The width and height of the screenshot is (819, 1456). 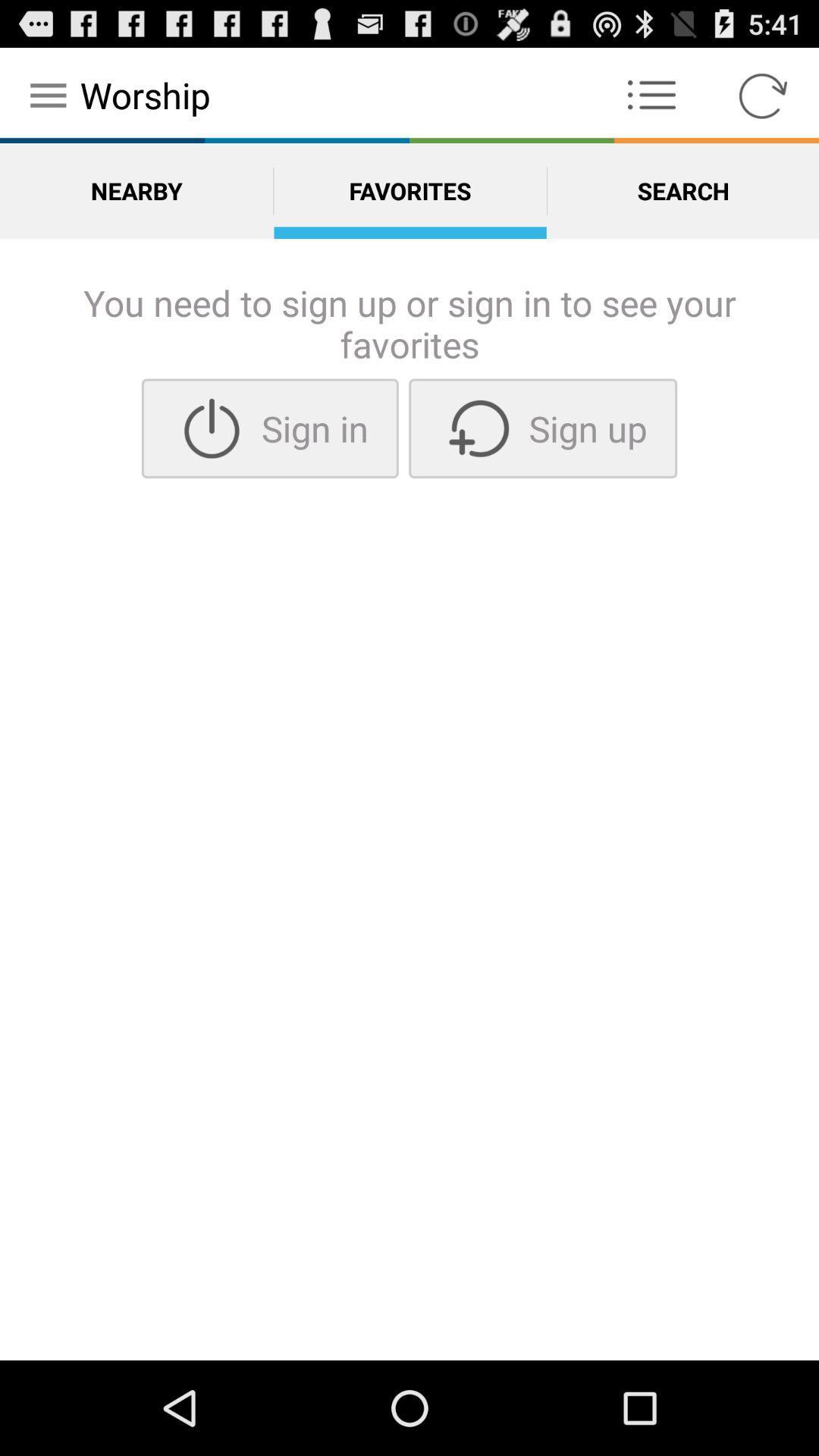 What do you see at coordinates (48, 94) in the screenshot?
I see `the menu icon which is to the left side of the worship` at bounding box center [48, 94].